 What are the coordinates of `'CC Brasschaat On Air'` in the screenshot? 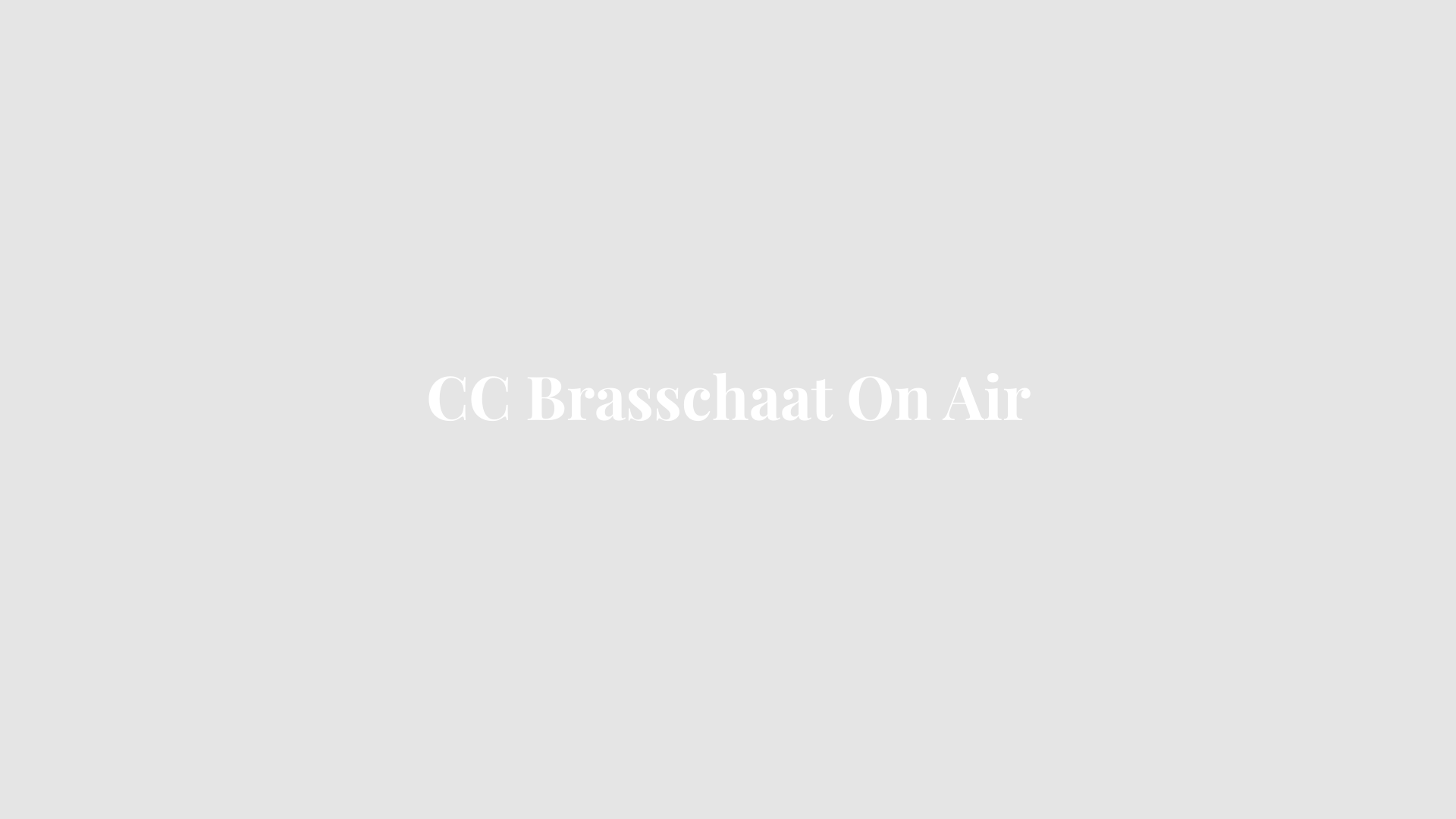 It's located at (728, 407).